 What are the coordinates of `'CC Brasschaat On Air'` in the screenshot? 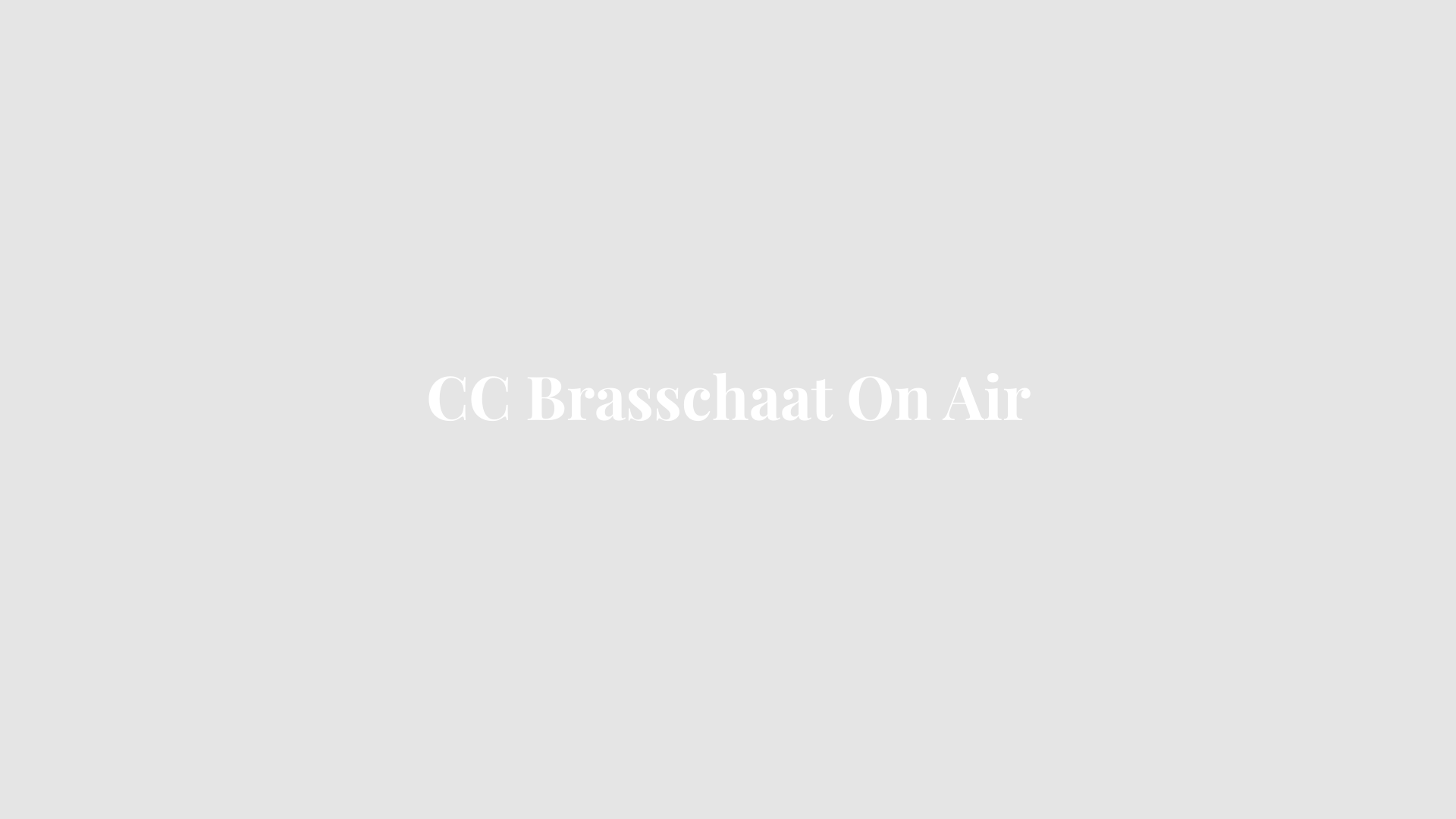 It's located at (728, 407).